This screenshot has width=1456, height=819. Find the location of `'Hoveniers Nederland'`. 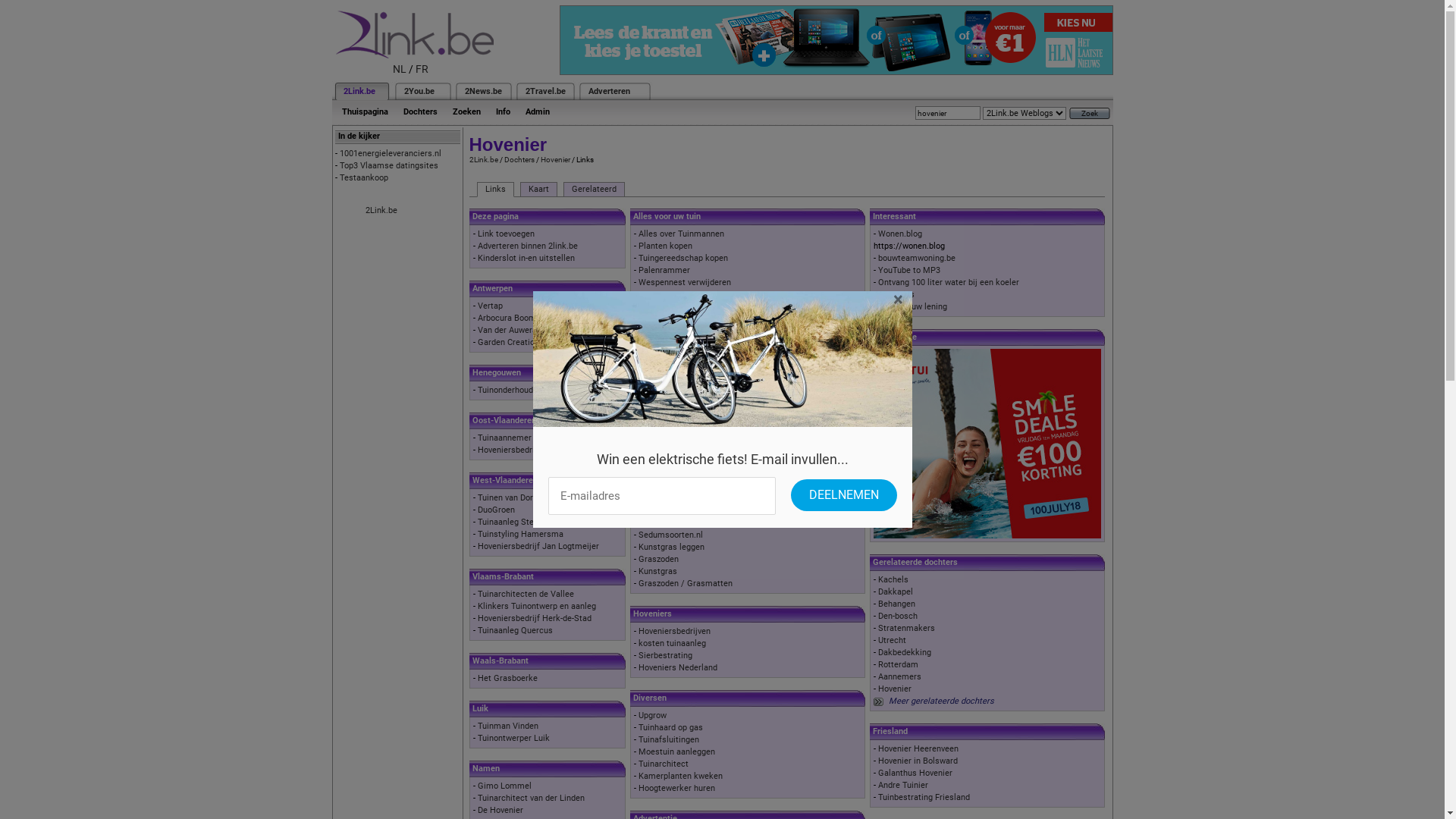

'Hoveniers Nederland' is located at coordinates (638, 667).